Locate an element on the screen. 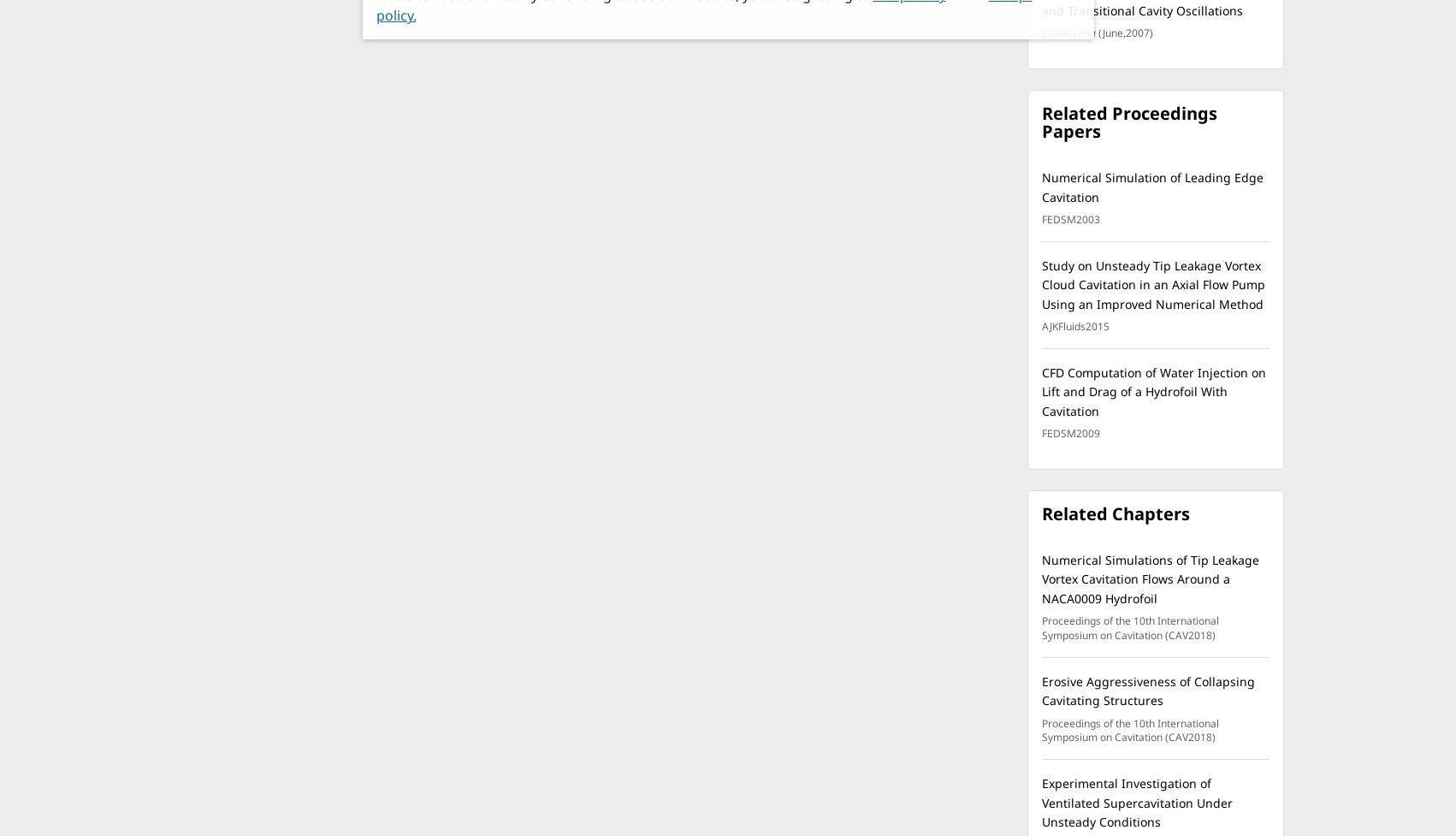  'Experimental Investigation of Ventilated Supercavitation Under Unsteady Conditions' is located at coordinates (1041, 801).